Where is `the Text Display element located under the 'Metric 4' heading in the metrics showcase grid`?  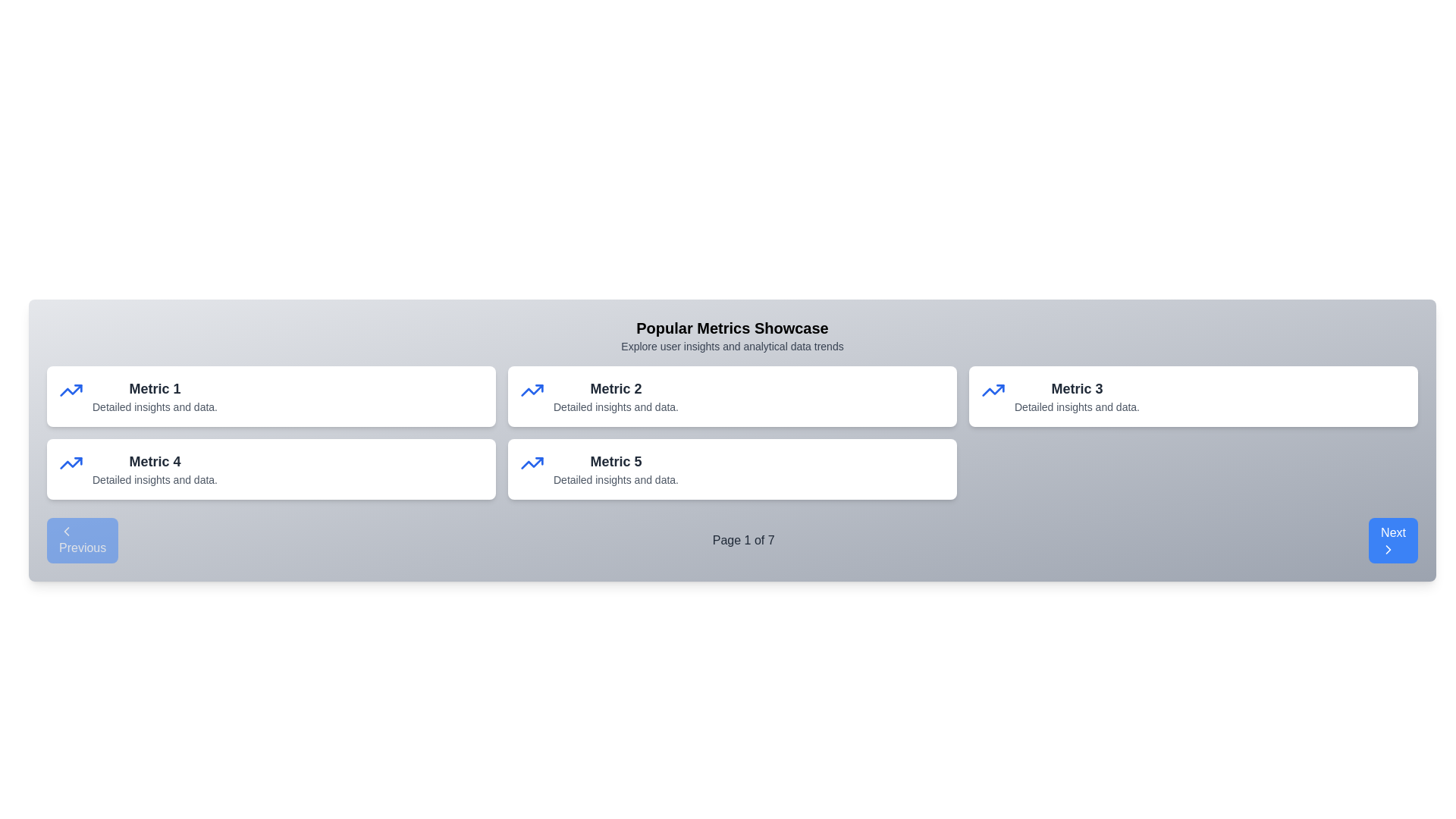 the Text Display element located under the 'Metric 4' heading in the metrics showcase grid is located at coordinates (155, 479).